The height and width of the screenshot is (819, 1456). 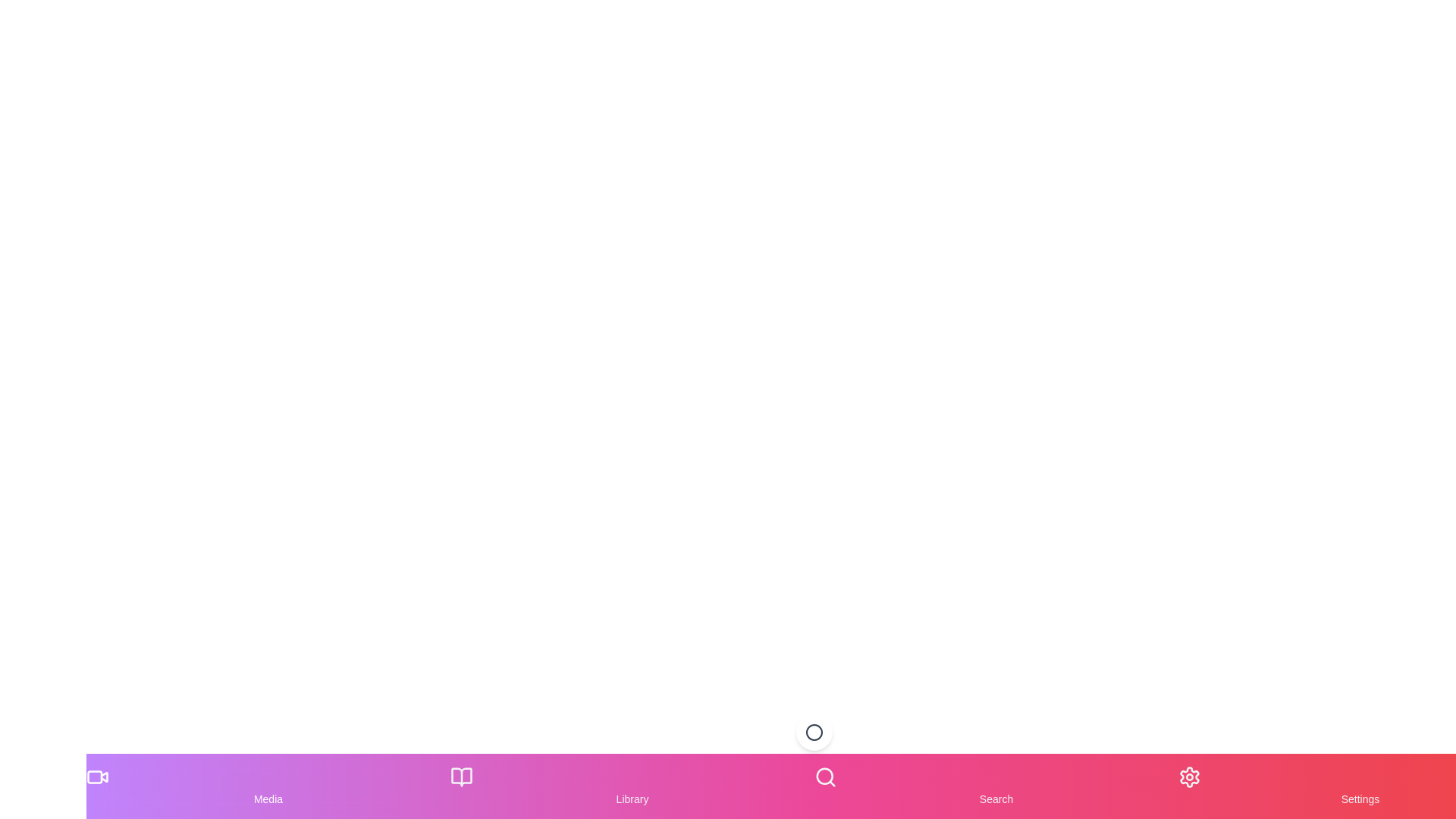 I want to click on the Library item in the navigation bar, so click(x=632, y=786).